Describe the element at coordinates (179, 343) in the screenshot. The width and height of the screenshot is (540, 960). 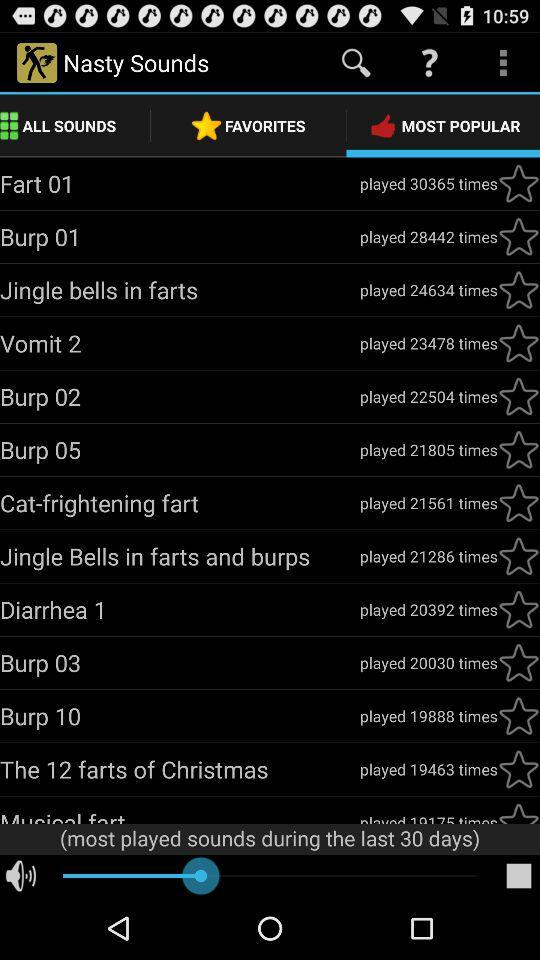
I see `item to the left of the played 23478 times icon` at that location.